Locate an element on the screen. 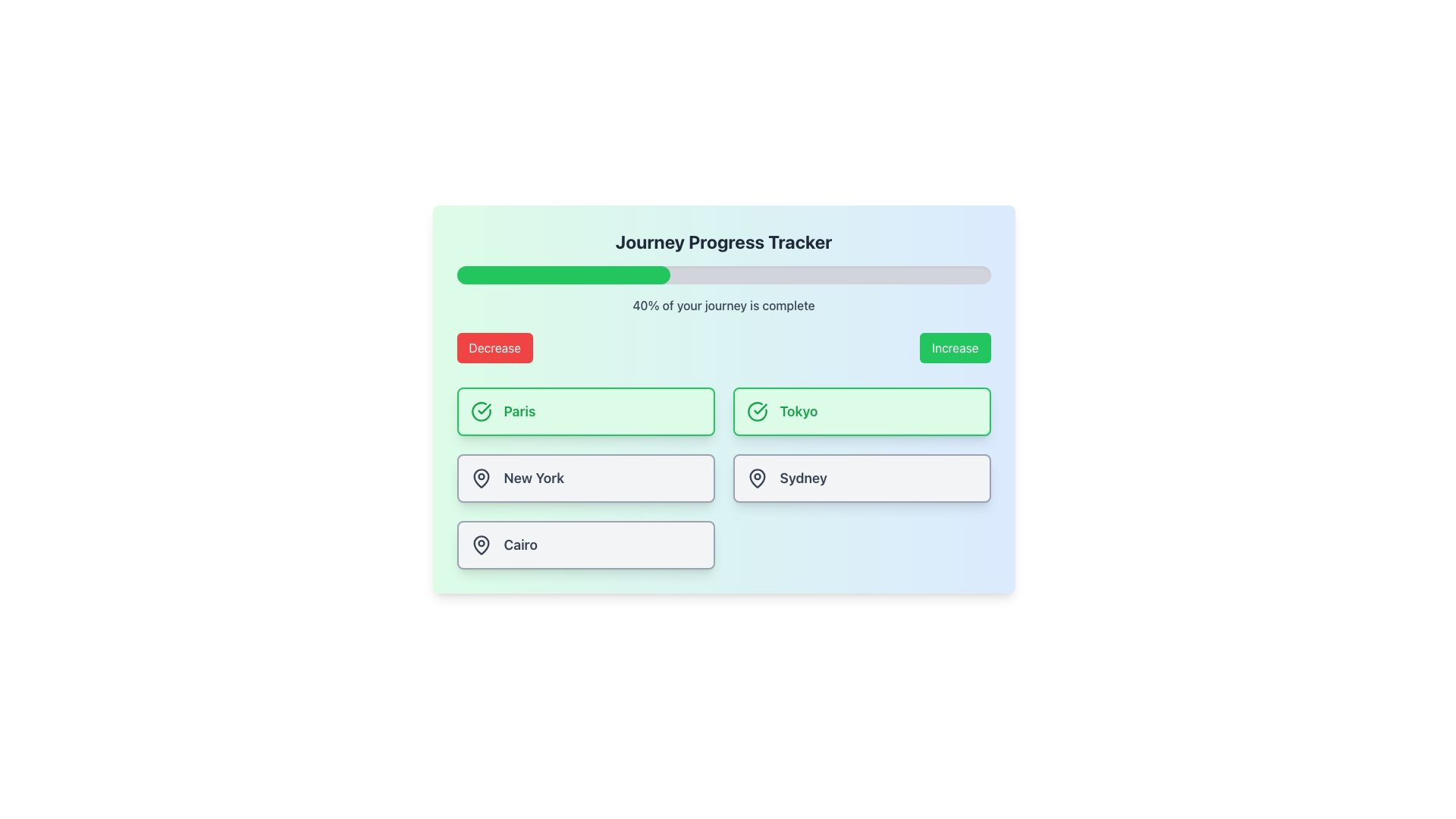  the header text that serves as the title for the section, providing context for the component below it is located at coordinates (723, 241).